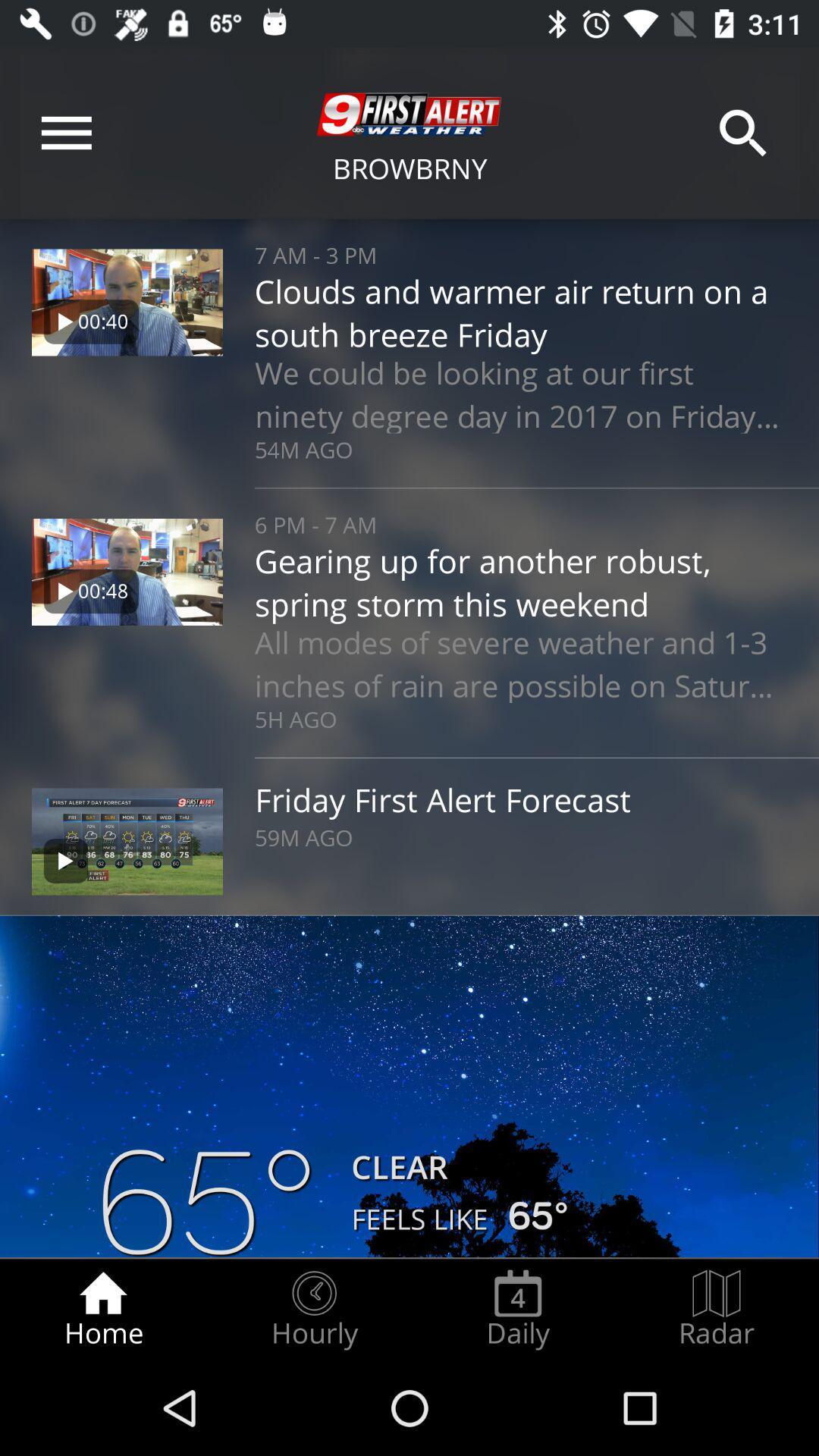 The image size is (819, 1456). Describe the element at coordinates (313, 1309) in the screenshot. I see `item to the right of home item` at that location.